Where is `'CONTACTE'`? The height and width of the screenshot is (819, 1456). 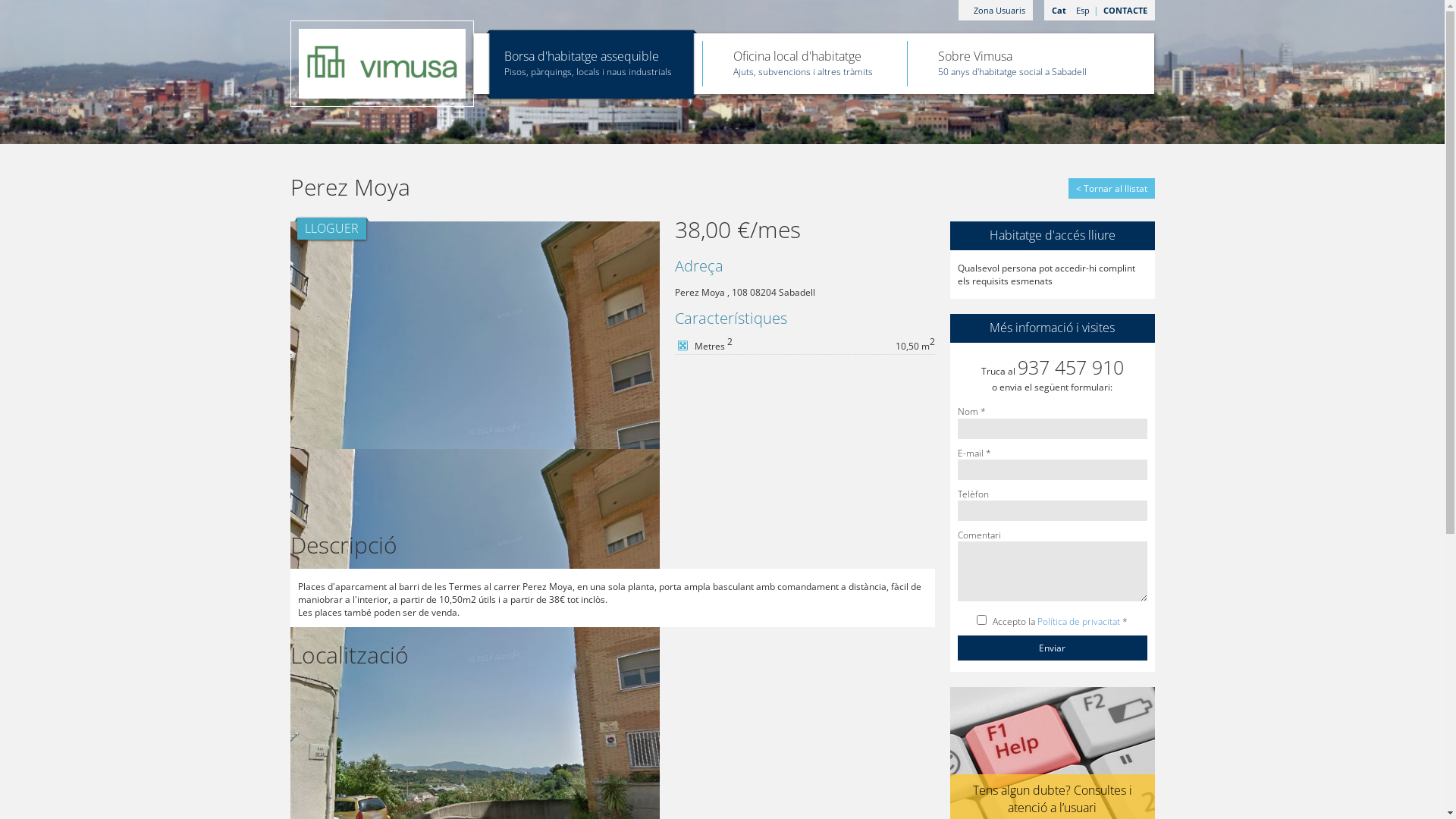
'CONTACTE' is located at coordinates (1095, 10).